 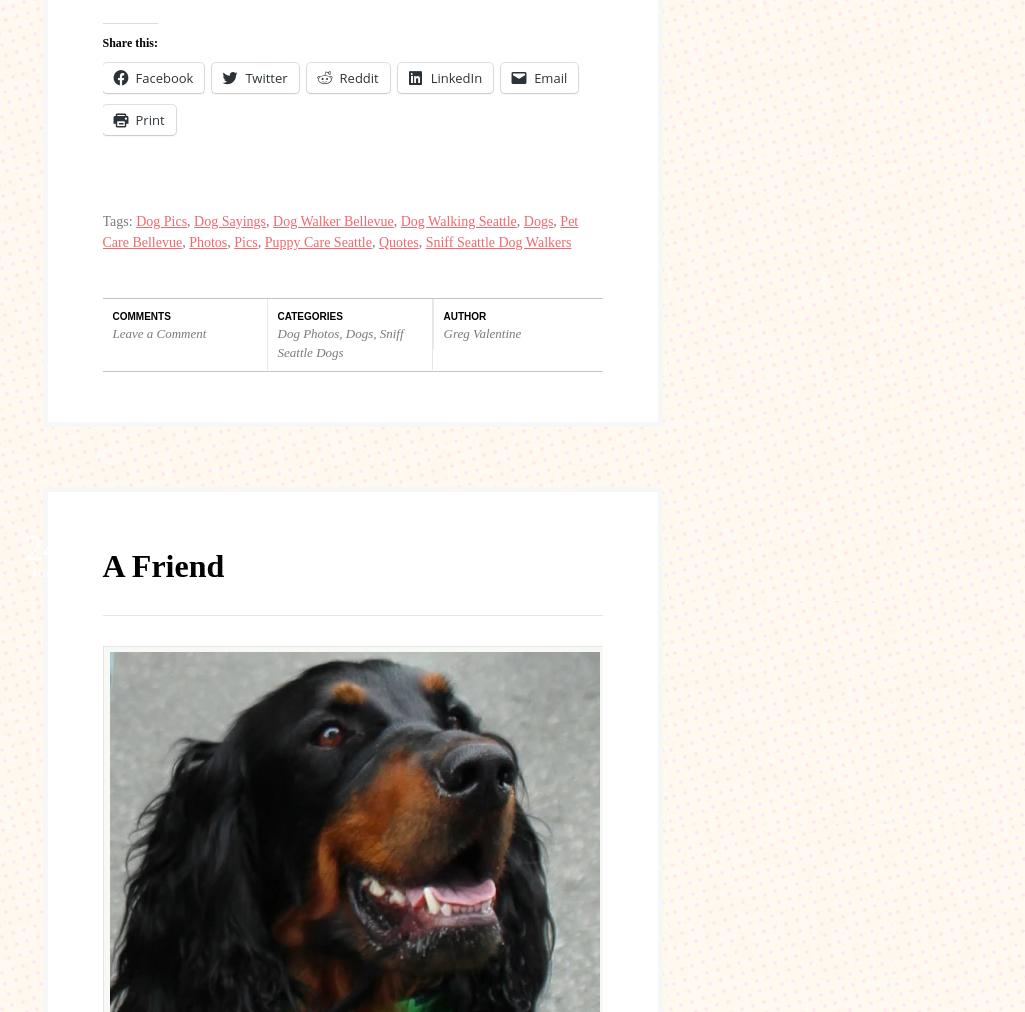 What do you see at coordinates (119, 220) in the screenshot?
I see `'Tags:'` at bounding box center [119, 220].